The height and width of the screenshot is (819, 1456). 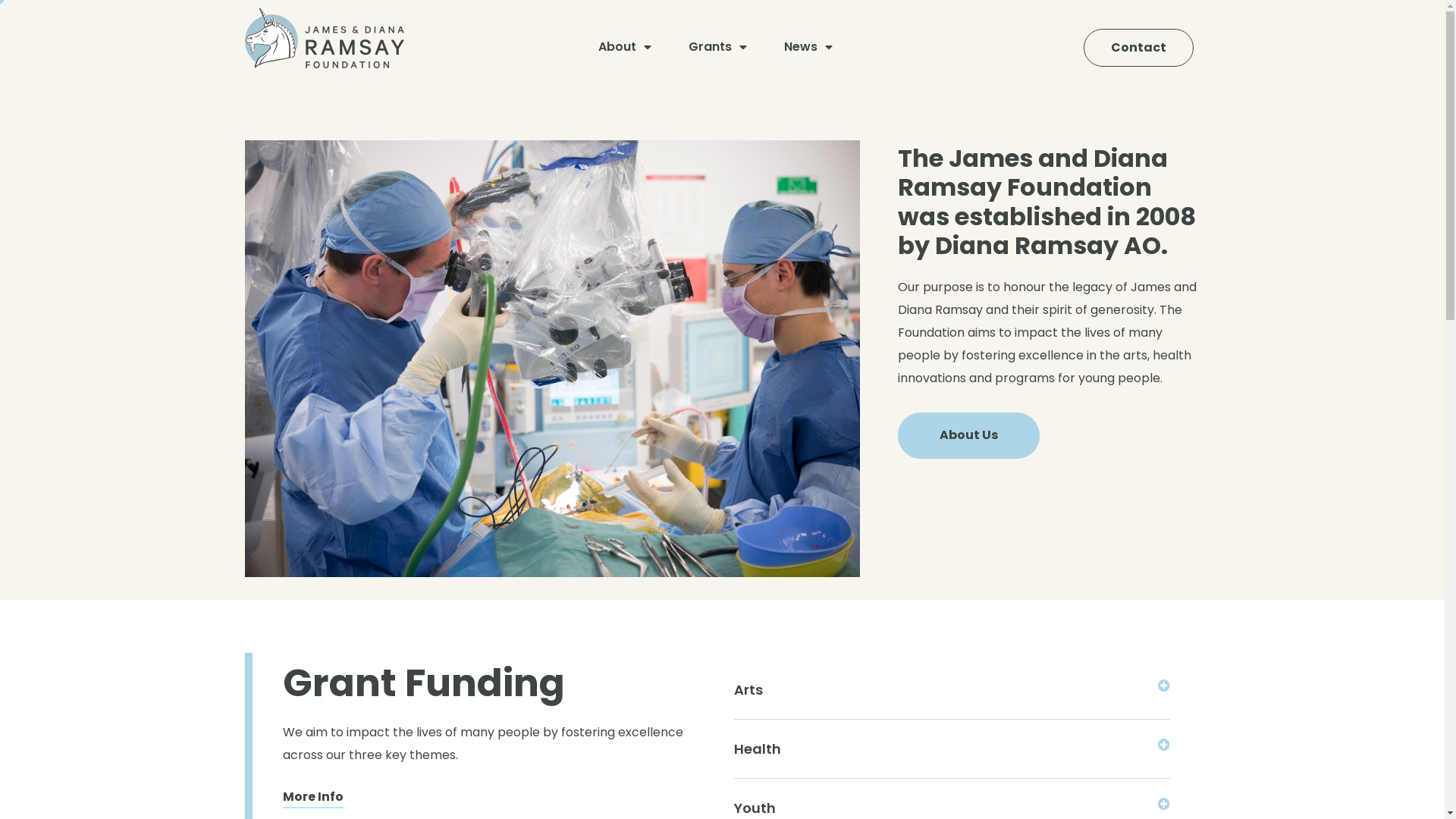 What do you see at coordinates (968, 435) in the screenshot?
I see `'About Us'` at bounding box center [968, 435].